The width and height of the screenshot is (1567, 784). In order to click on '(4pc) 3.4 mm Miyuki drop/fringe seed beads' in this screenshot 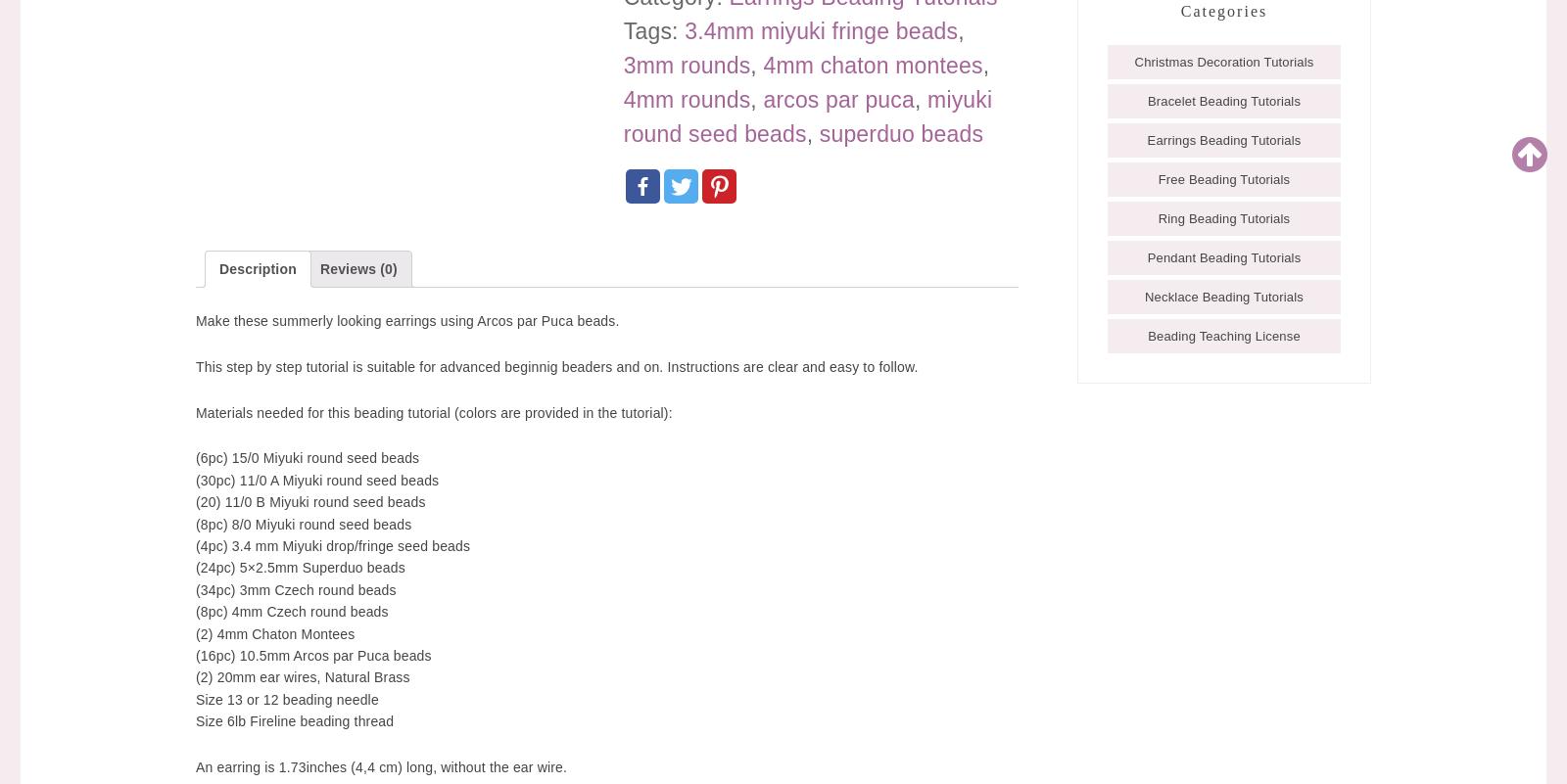, I will do `click(195, 544)`.